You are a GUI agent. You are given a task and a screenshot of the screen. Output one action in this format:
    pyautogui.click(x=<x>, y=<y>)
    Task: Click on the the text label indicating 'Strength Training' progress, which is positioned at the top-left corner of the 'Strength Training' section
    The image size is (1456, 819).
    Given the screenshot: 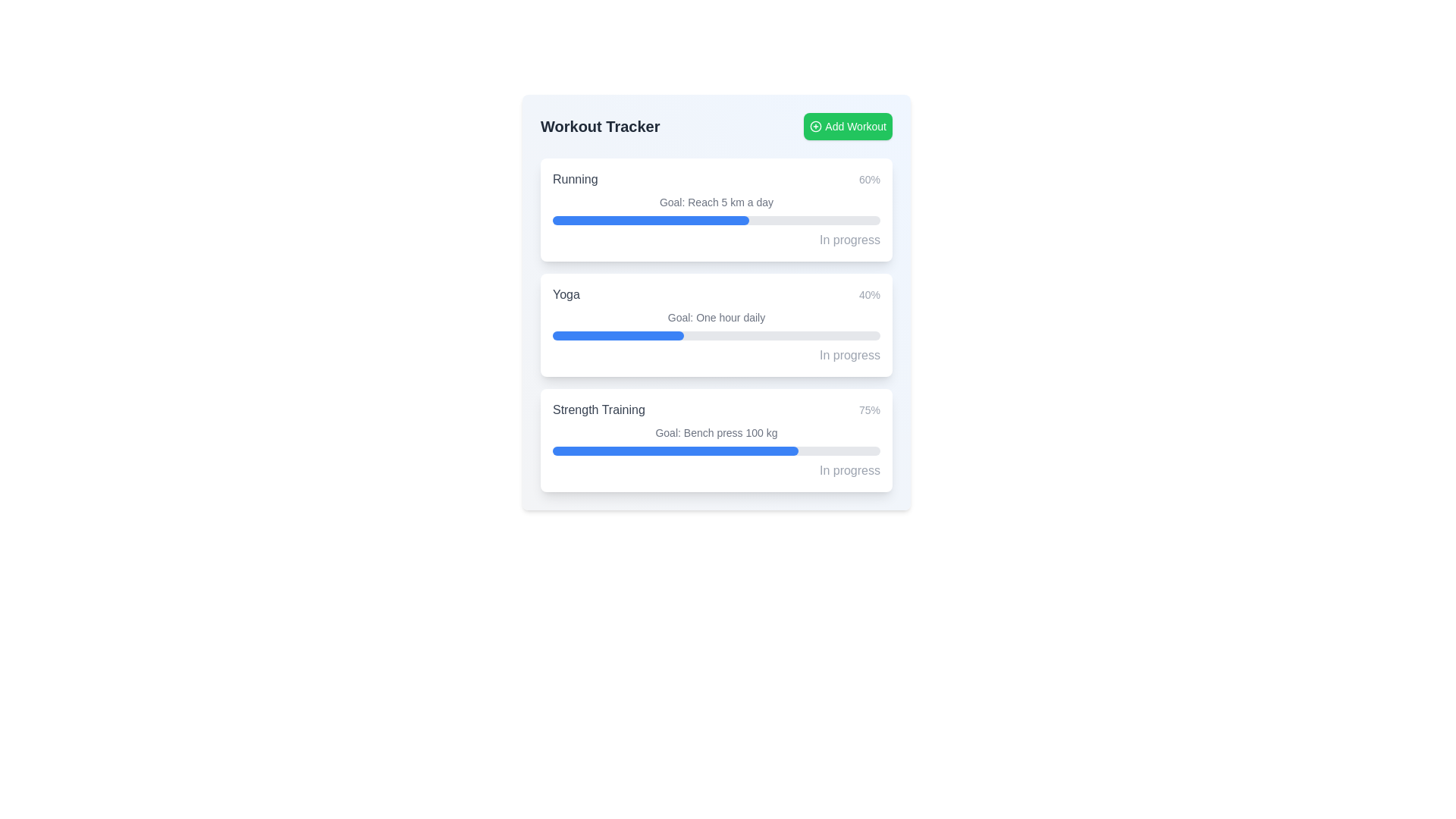 What is the action you would take?
    pyautogui.click(x=598, y=409)
    